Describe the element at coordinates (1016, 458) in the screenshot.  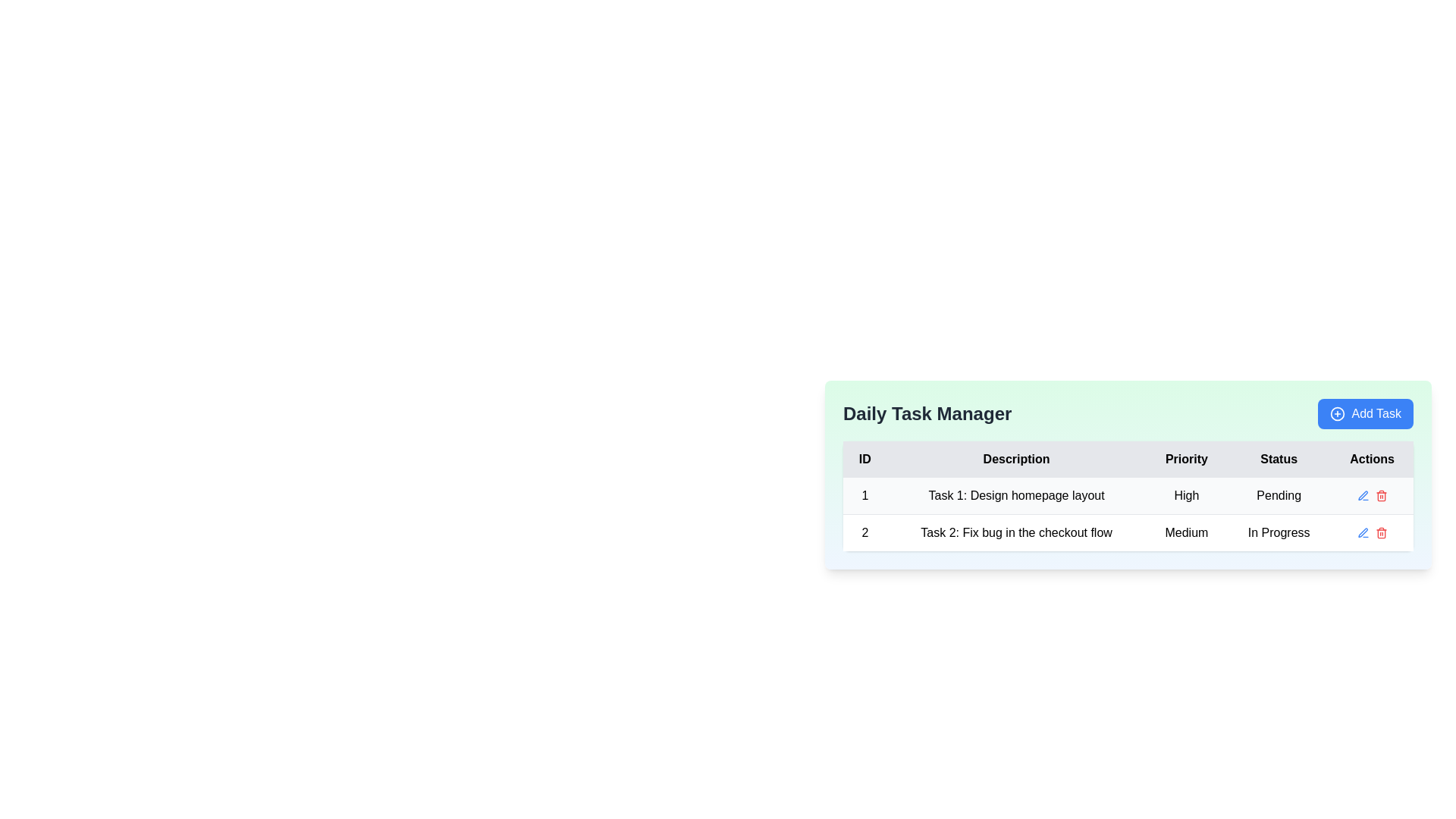
I see `the 'Description' column header in the table, which is the second column from the left, positioned between 'ID' and 'Priority'` at that location.